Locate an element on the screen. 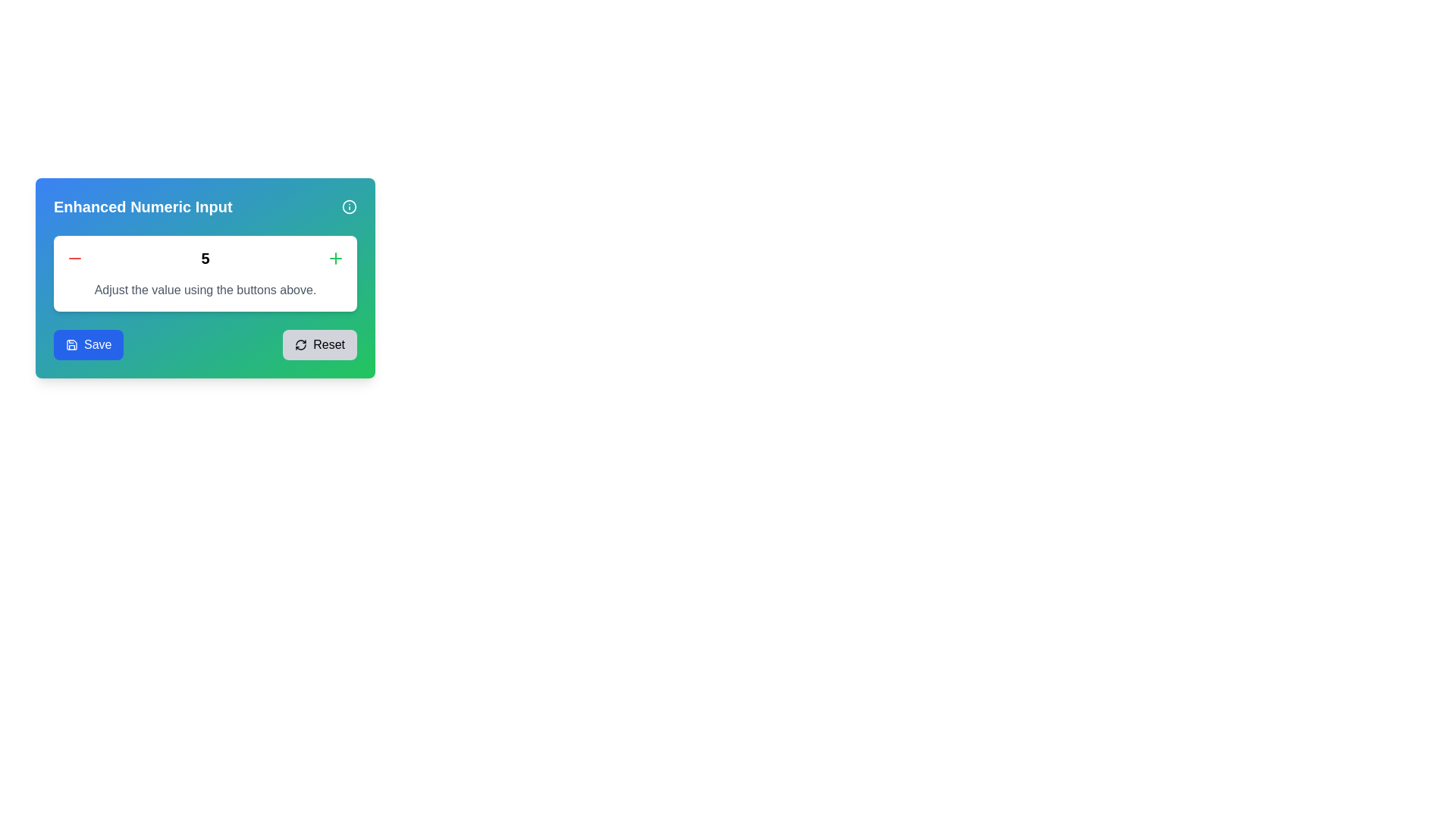  the 'Reset' button which contains the icon that represents the reset action to revert values to their initial conditions is located at coordinates (301, 345).